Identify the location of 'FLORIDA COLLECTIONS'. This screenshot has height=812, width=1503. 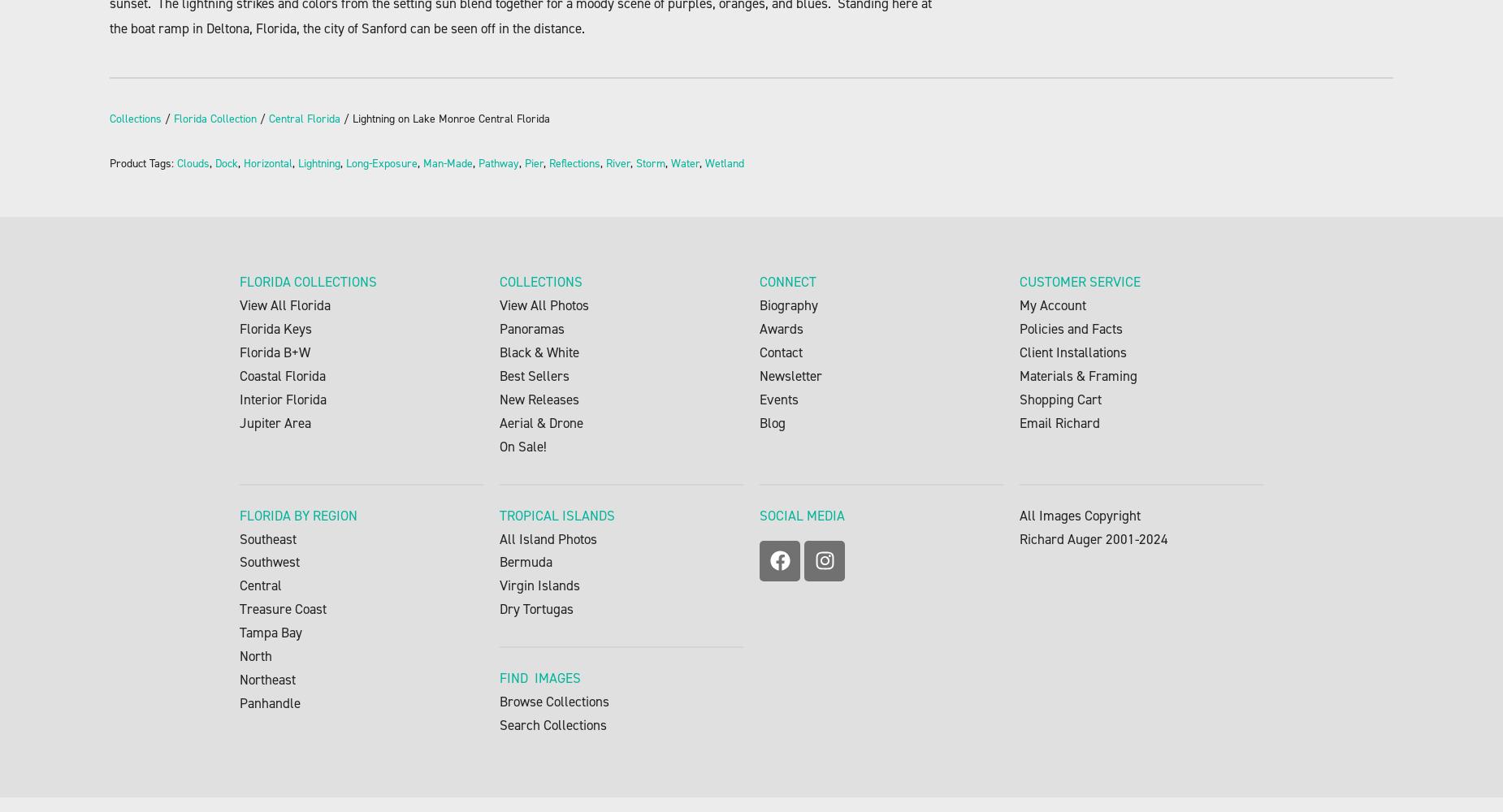
(307, 281).